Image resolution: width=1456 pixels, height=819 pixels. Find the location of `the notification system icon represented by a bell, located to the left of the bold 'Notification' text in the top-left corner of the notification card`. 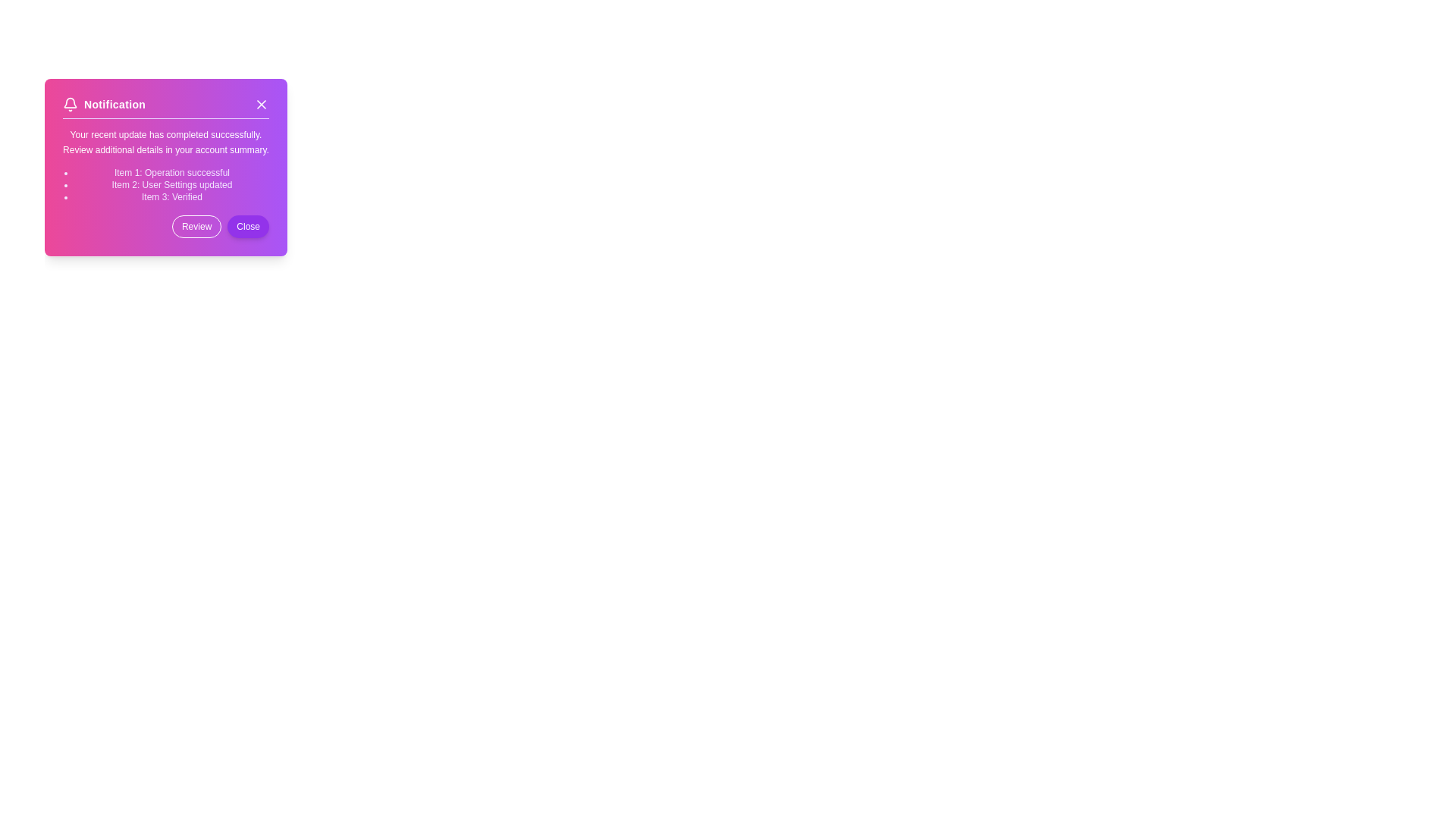

the notification system icon represented by a bell, located to the left of the bold 'Notification' text in the top-left corner of the notification card is located at coordinates (69, 104).